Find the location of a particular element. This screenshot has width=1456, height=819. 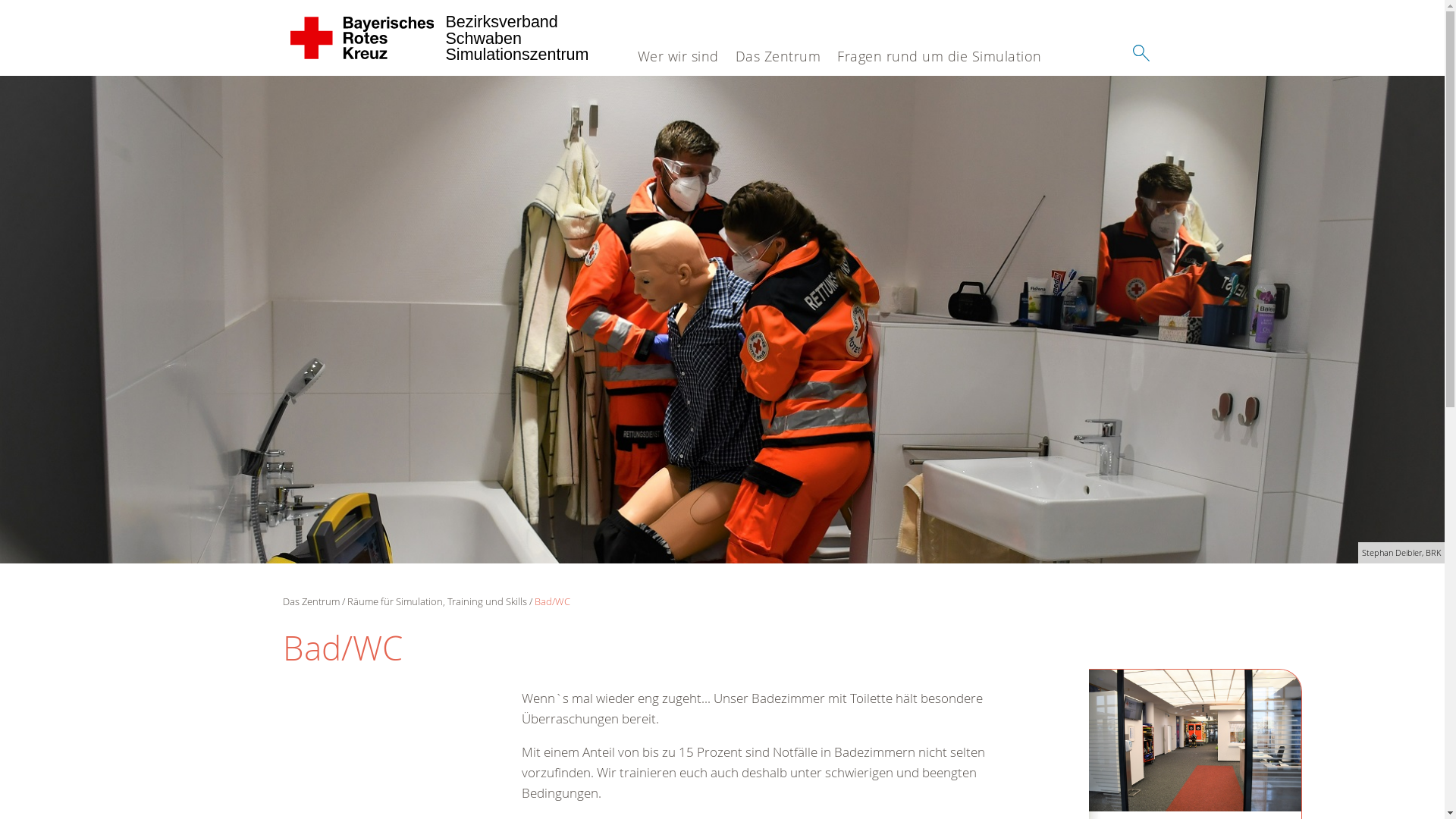

'Eingang Simulationszentrum' is located at coordinates (1194, 739).